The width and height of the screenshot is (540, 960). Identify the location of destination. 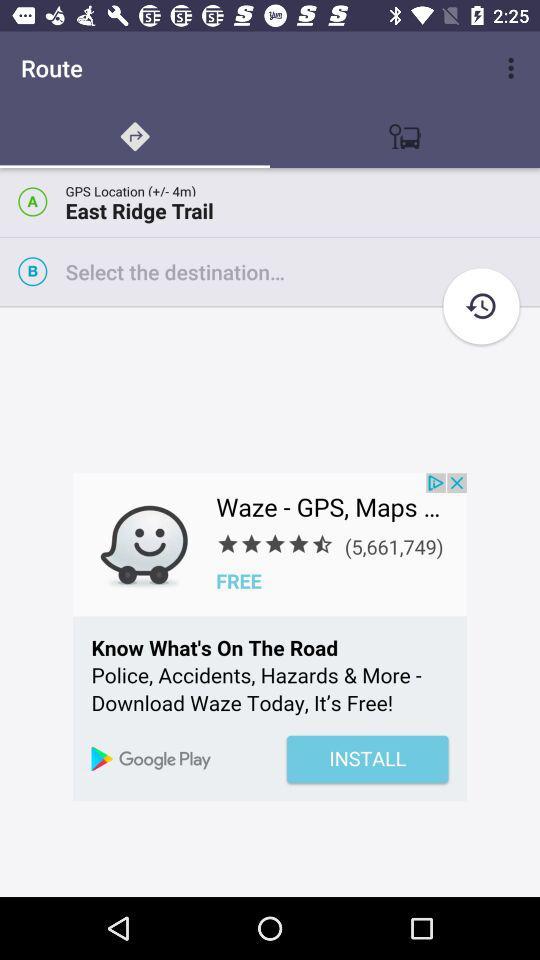
(301, 270).